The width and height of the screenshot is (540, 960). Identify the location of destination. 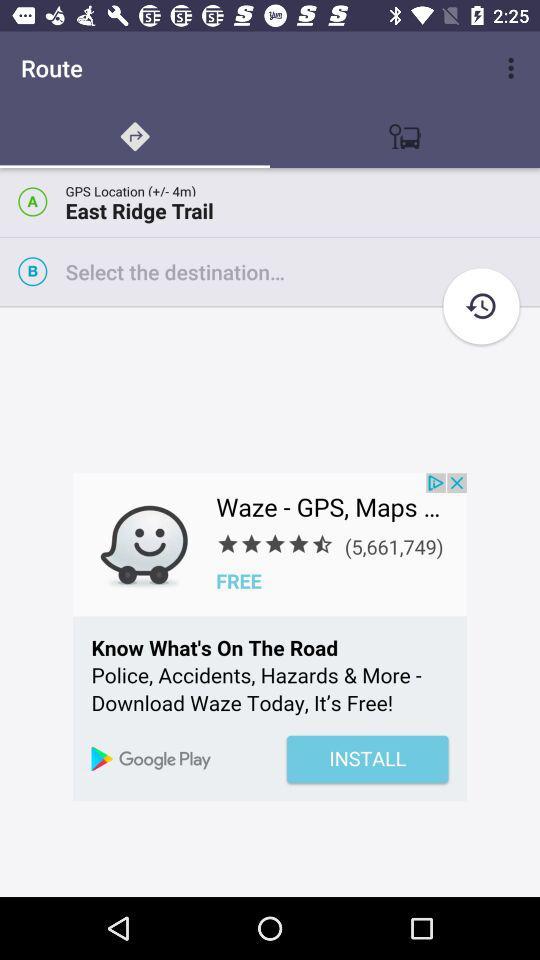
(301, 270).